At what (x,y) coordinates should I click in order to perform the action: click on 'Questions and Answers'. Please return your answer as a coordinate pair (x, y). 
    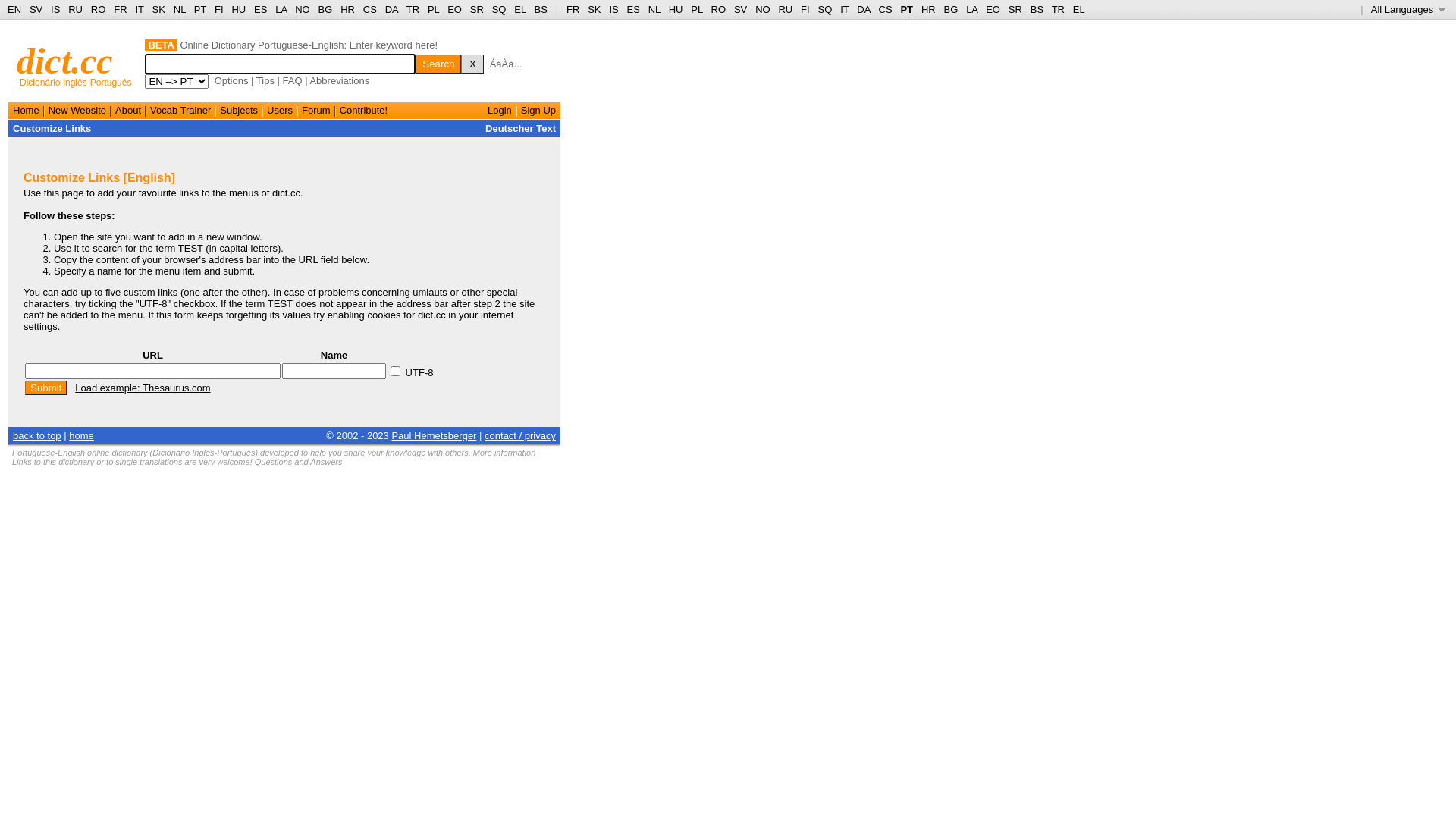
    Looking at the image, I should click on (298, 461).